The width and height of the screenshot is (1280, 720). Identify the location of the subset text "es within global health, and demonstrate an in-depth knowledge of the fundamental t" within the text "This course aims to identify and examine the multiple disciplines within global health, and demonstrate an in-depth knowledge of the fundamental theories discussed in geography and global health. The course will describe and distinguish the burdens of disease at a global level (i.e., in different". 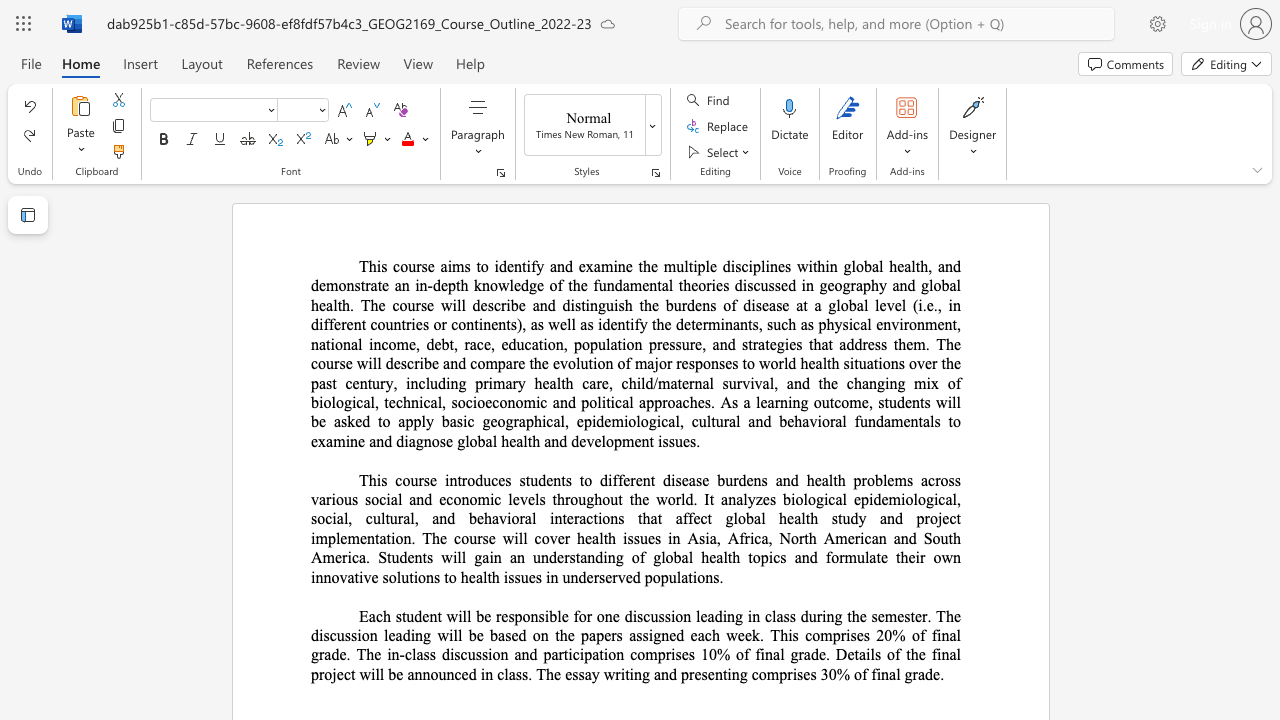
(776, 265).